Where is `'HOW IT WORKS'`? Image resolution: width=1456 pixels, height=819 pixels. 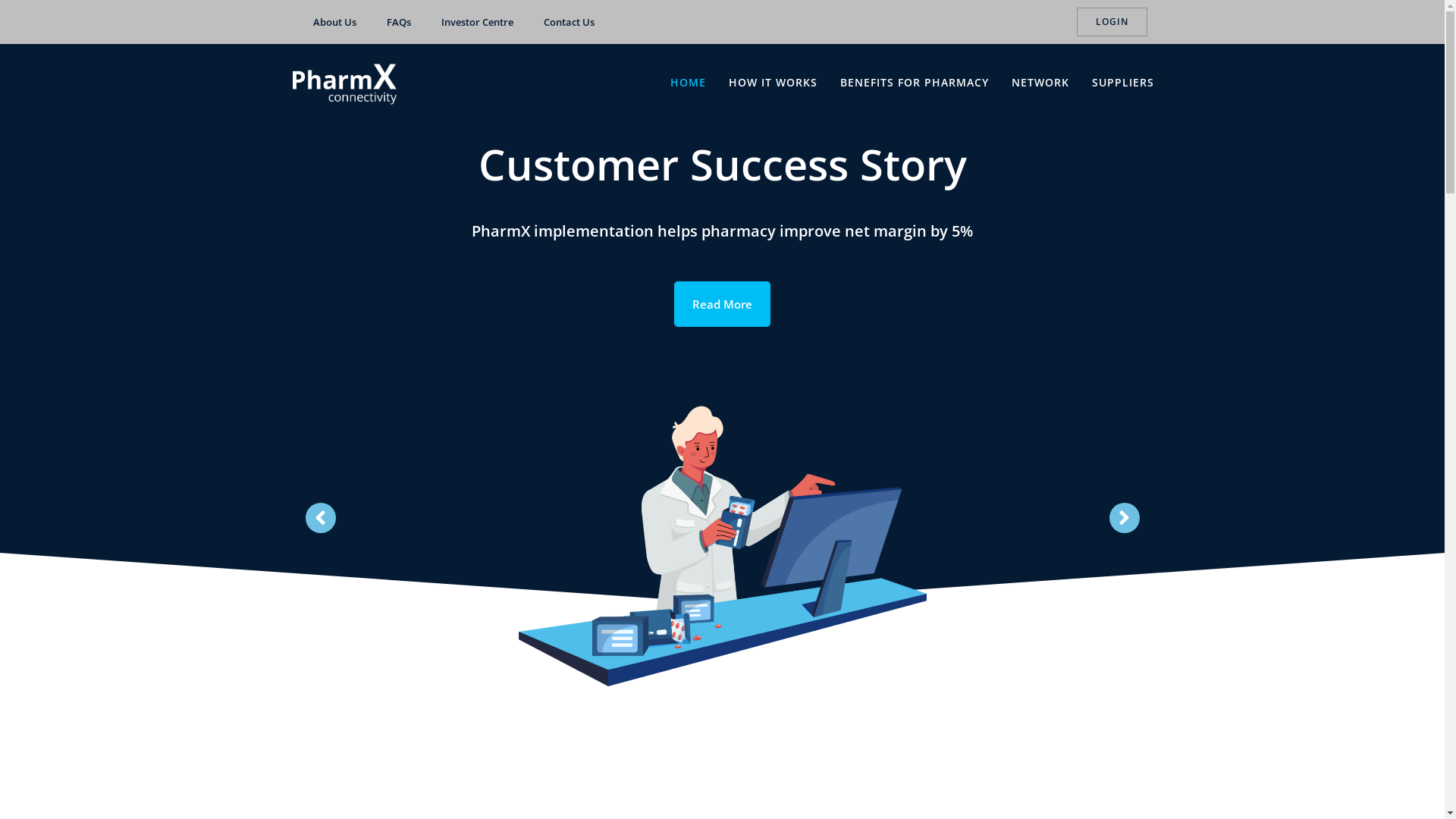
'HOW IT WORKS' is located at coordinates (773, 81).